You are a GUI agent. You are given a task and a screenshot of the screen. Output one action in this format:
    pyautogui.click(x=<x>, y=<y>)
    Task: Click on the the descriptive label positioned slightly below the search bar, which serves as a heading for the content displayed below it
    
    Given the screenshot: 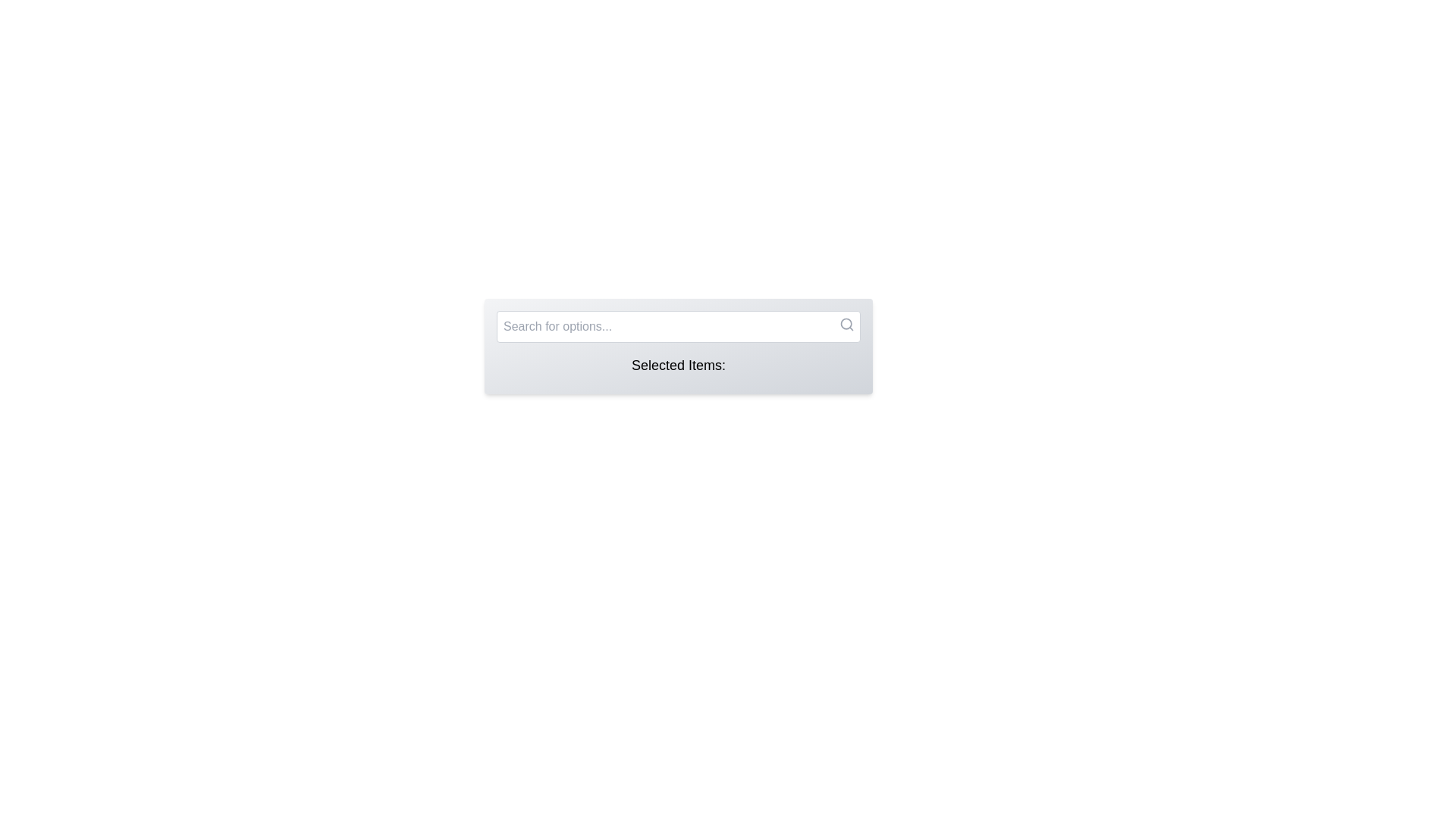 What is the action you would take?
    pyautogui.click(x=677, y=366)
    